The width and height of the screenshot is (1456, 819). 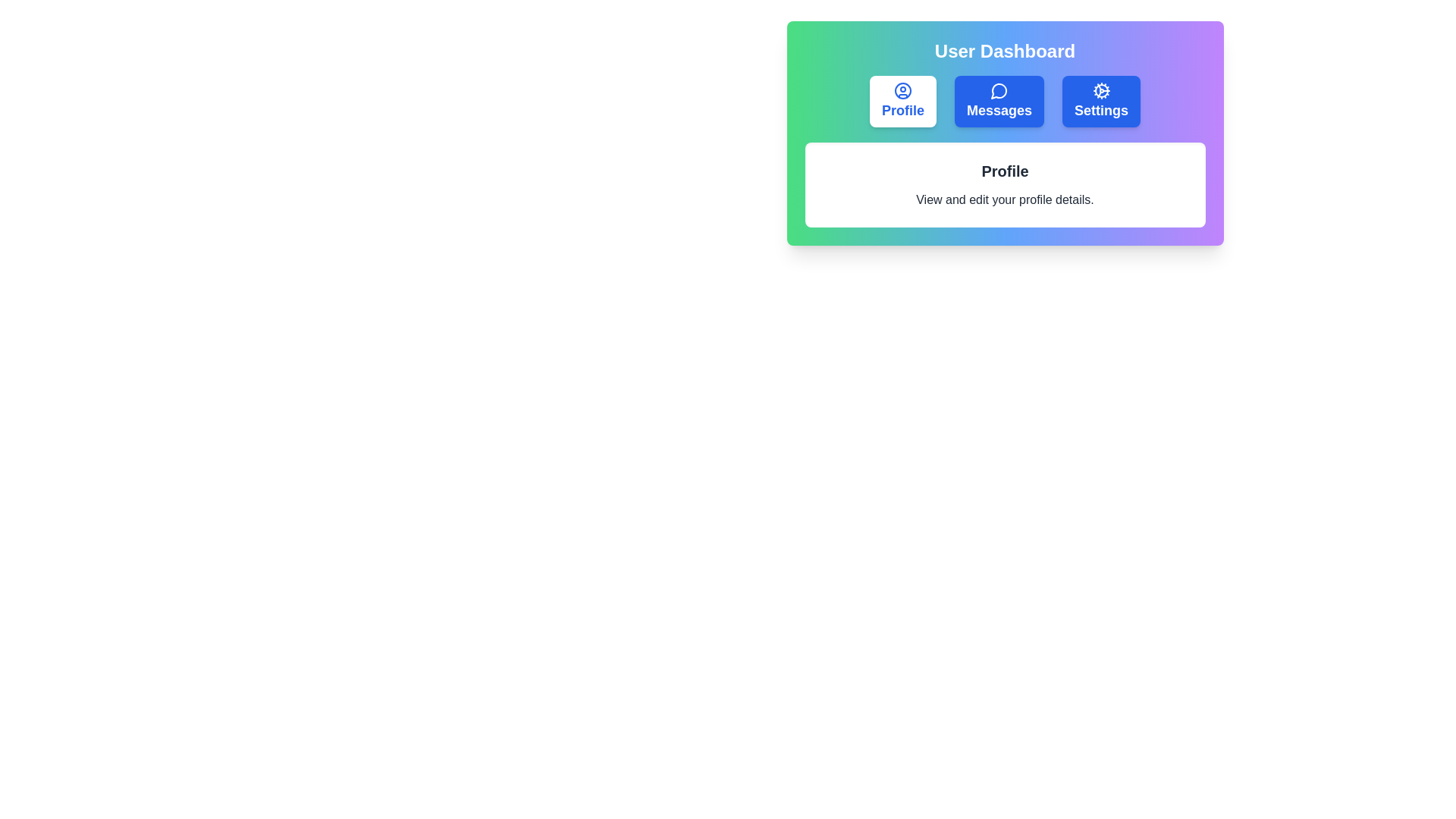 I want to click on the cogwheel icon located inside the Settings button, the third button from the left in the top row of the User Dashboard card, to trigger a tooltip, so click(x=1101, y=90).